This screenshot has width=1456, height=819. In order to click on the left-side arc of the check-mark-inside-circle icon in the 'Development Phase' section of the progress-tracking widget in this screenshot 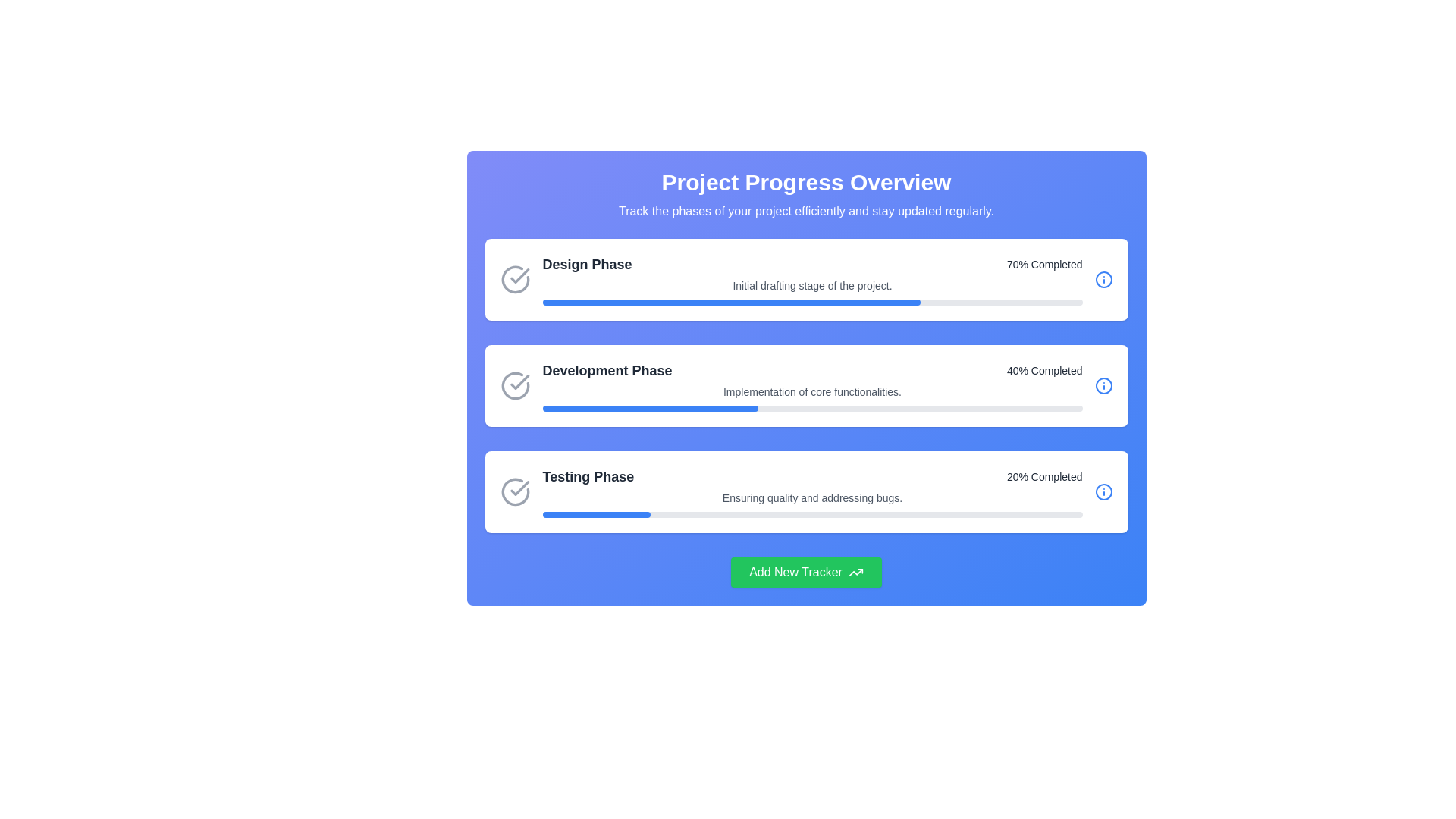, I will do `click(515, 385)`.